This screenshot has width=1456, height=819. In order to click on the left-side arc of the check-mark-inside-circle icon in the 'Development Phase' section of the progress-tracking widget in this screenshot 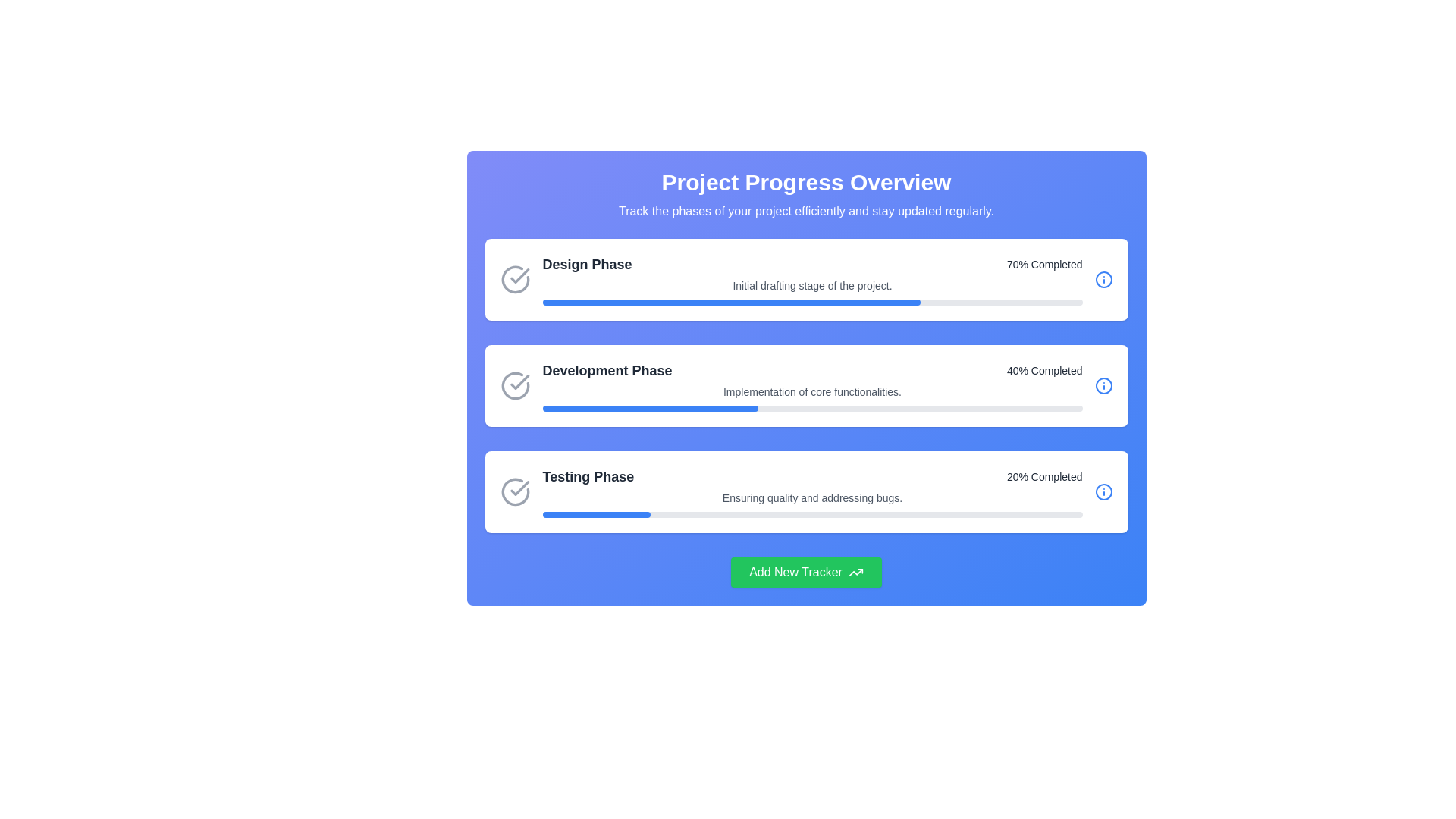, I will do `click(515, 385)`.